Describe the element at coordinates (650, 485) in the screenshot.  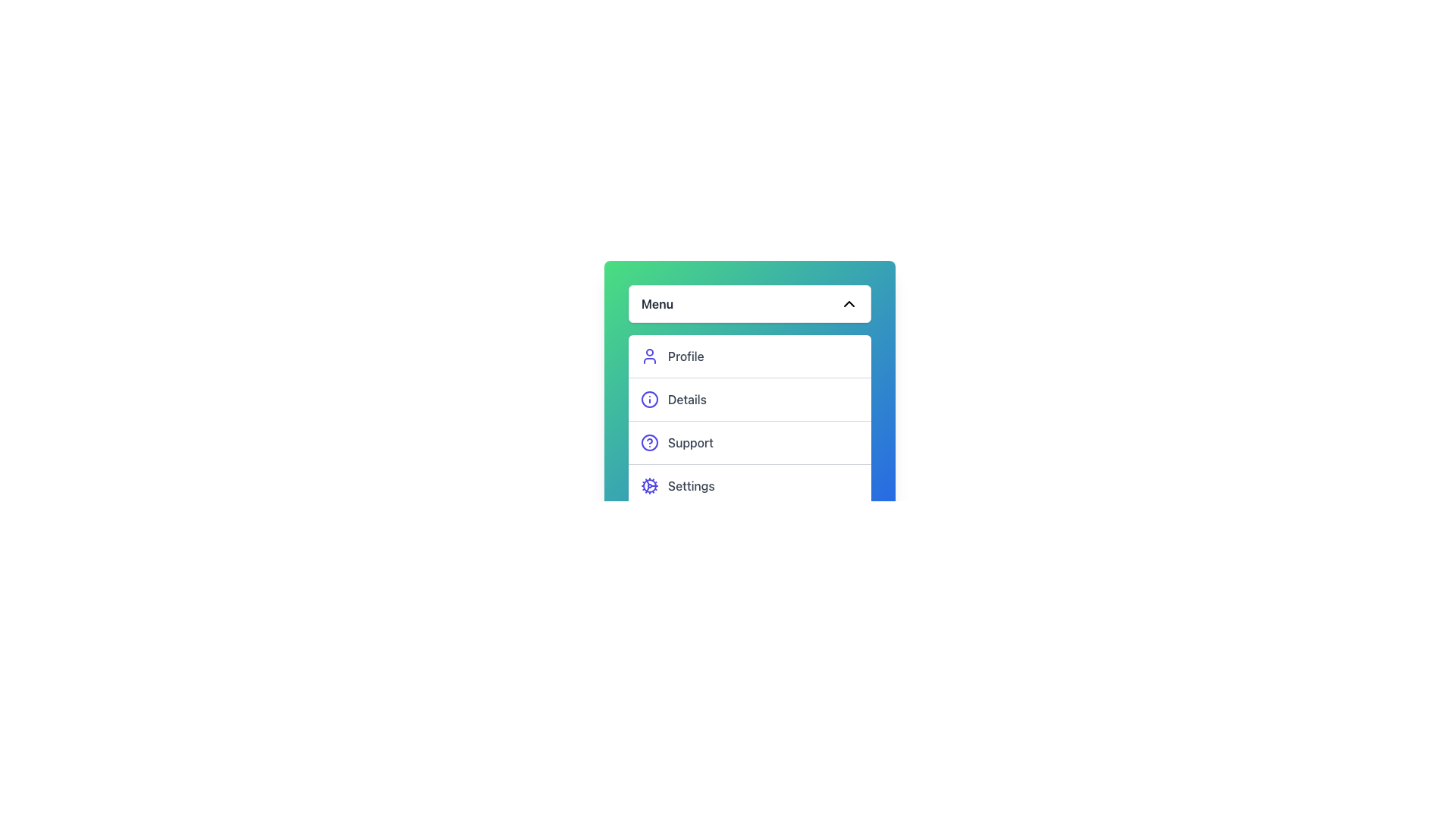
I see `the circular gear icon representing 'Settings' in the dropdown menu interface, located at the bottom of the menu options` at that location.